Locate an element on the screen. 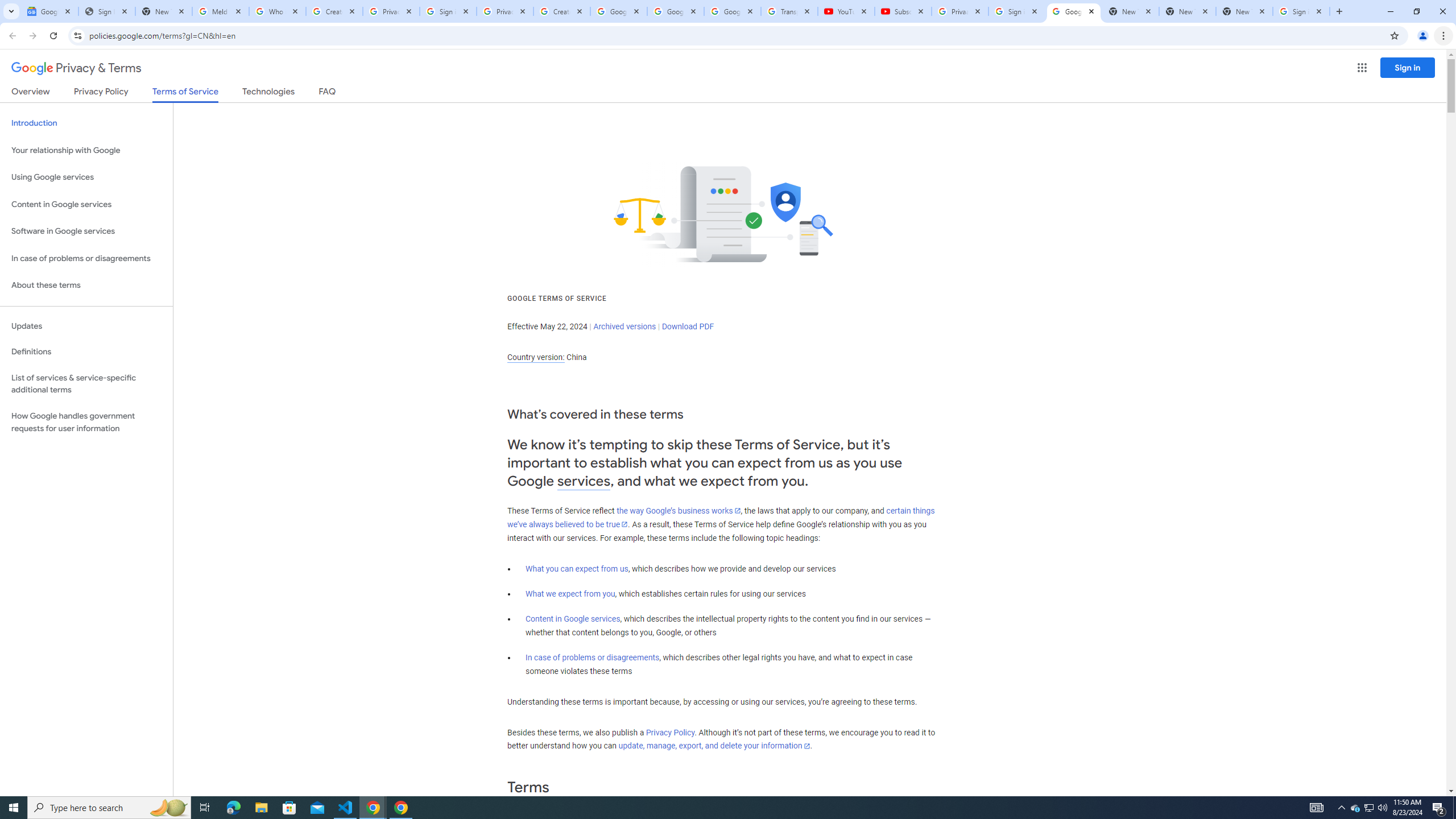 The image size is (1456, 819). 'Content in Google services' is located at coordinates (572, 618).